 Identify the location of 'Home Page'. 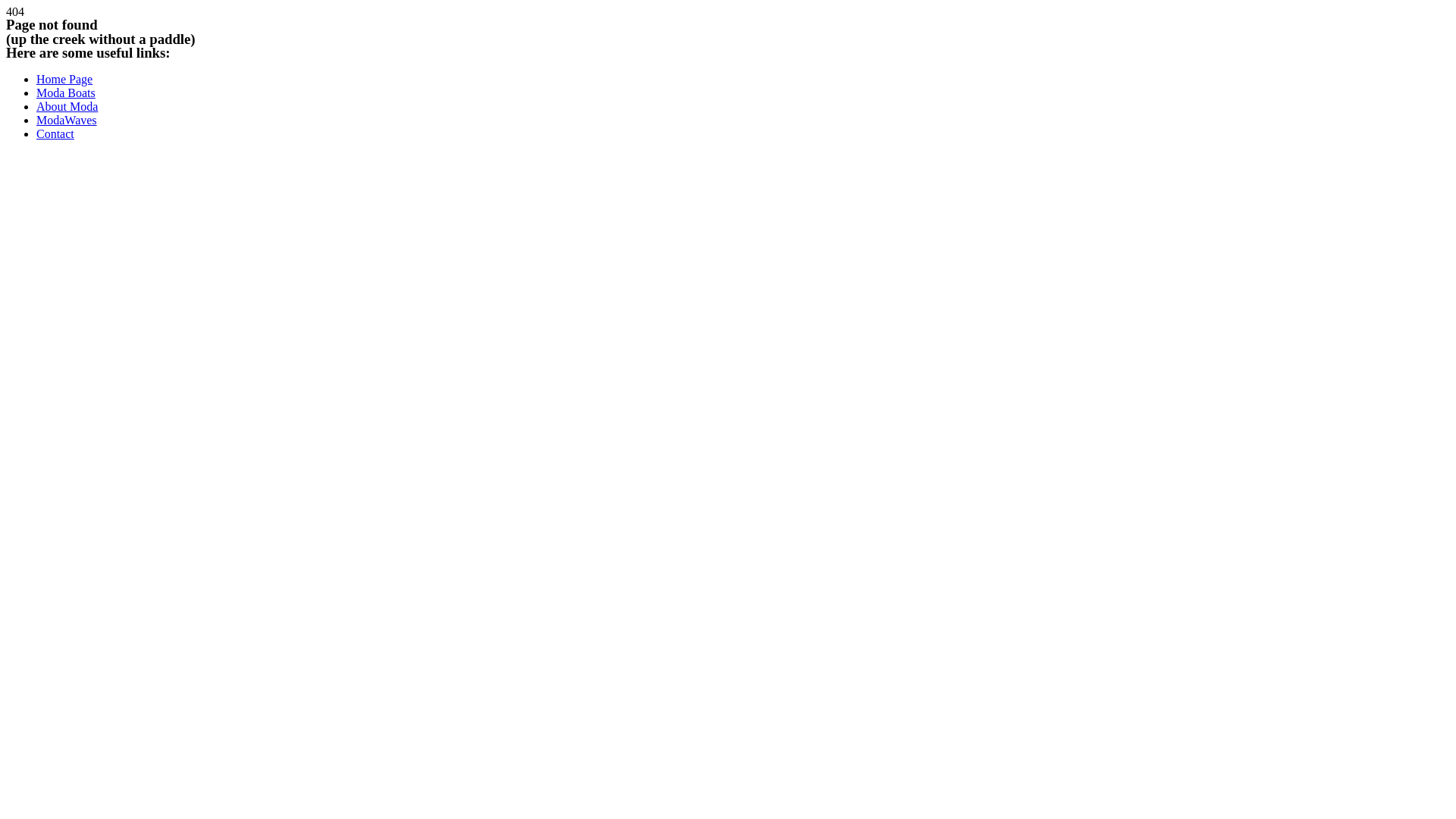
(64, 79).